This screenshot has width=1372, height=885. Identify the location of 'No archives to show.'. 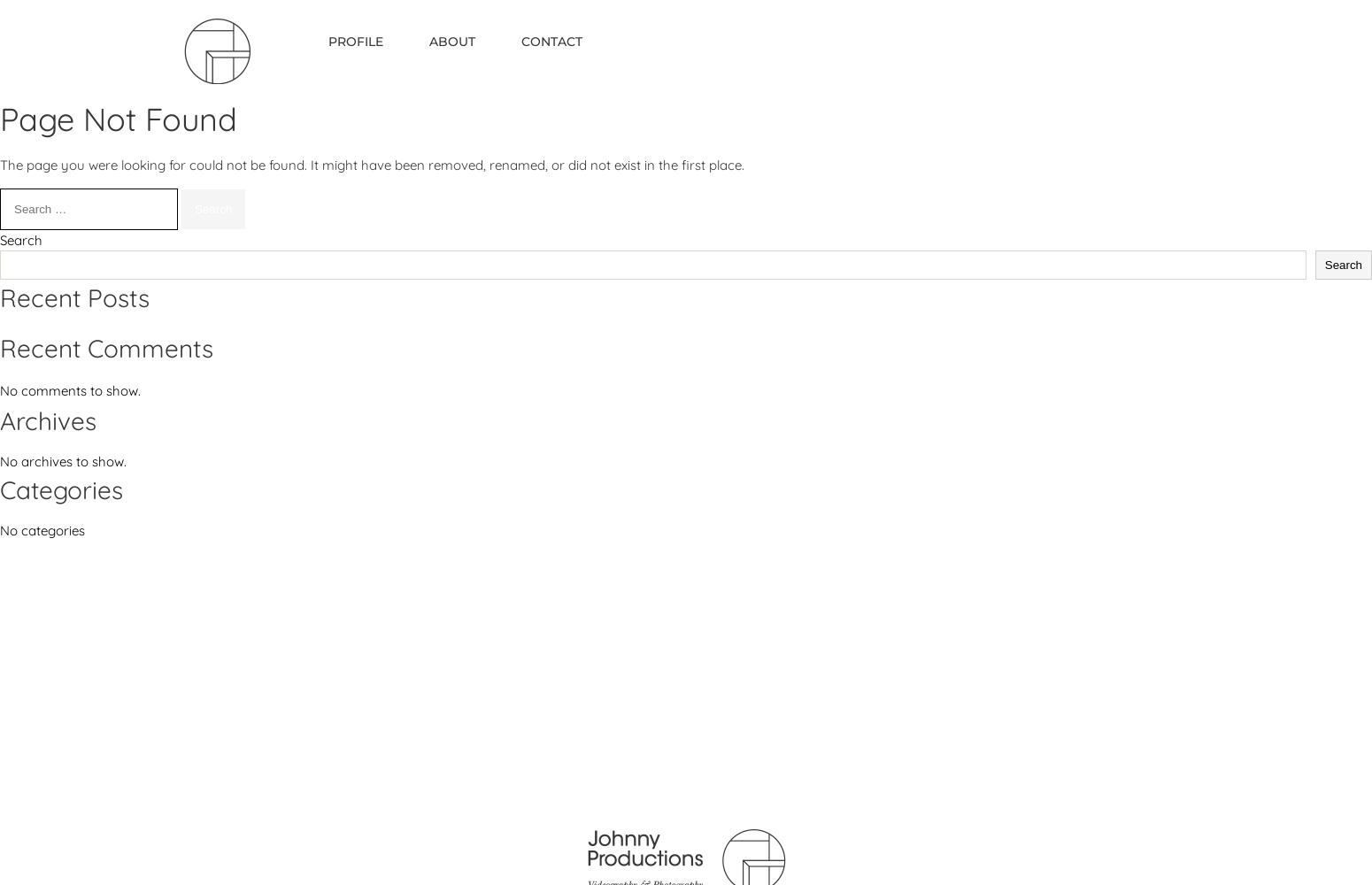
(62, 461).